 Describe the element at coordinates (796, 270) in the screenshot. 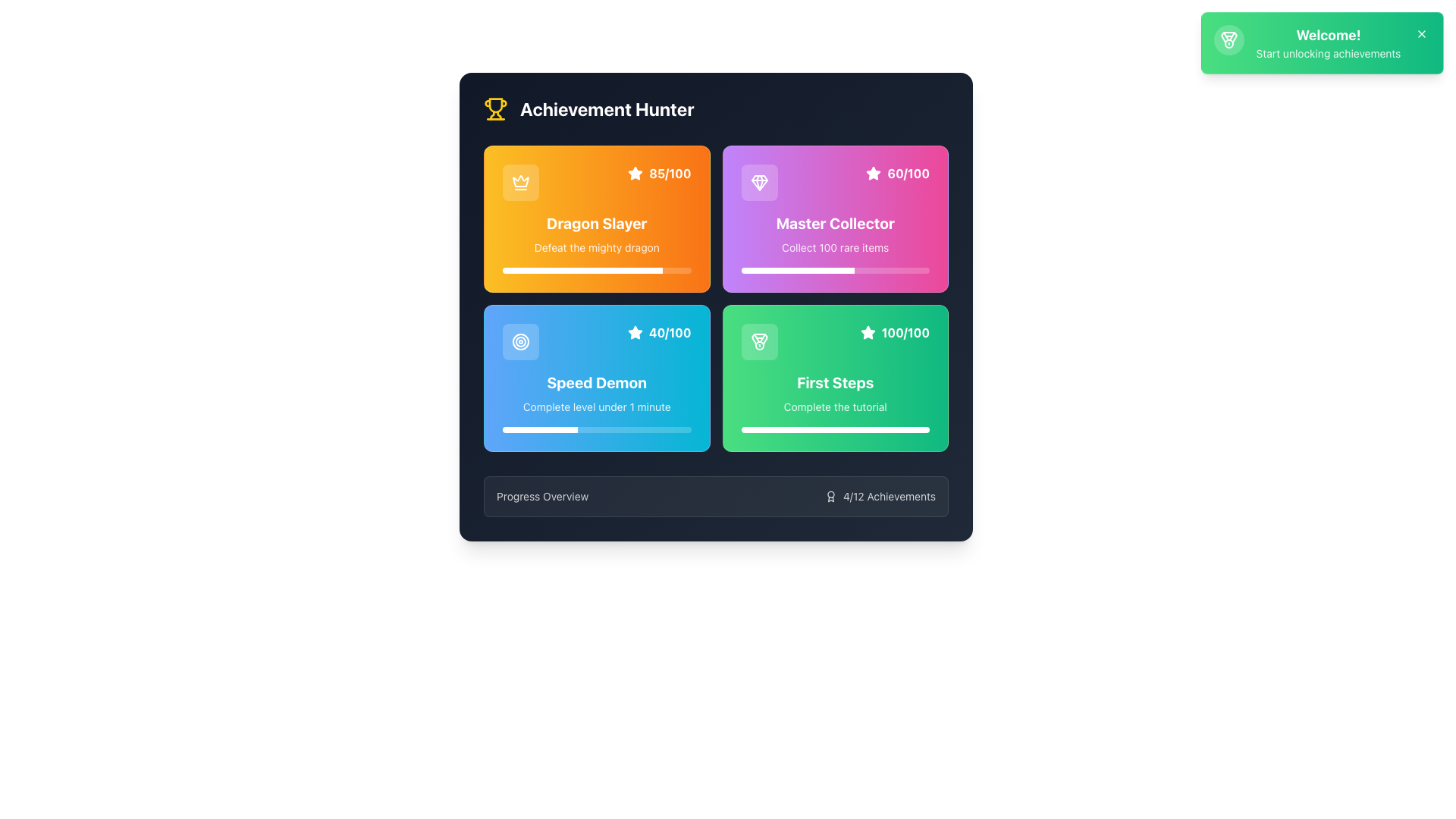

I see `the progress status visually on the partially filled progress bar located within the pink card labeled 'Master Collector.'` at that location.